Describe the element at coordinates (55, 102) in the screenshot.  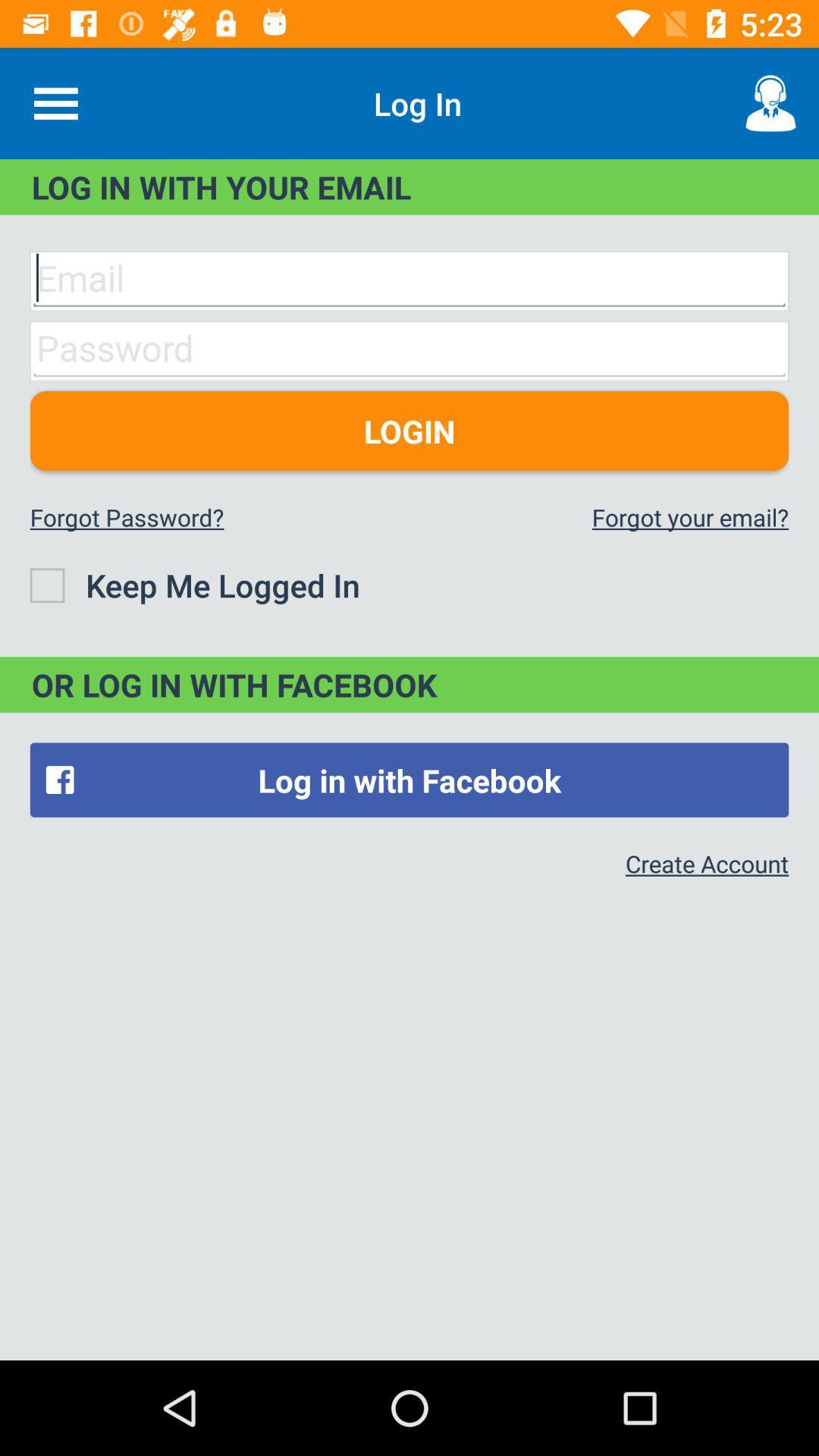
I see `icon to the left of the log in item` at that location.